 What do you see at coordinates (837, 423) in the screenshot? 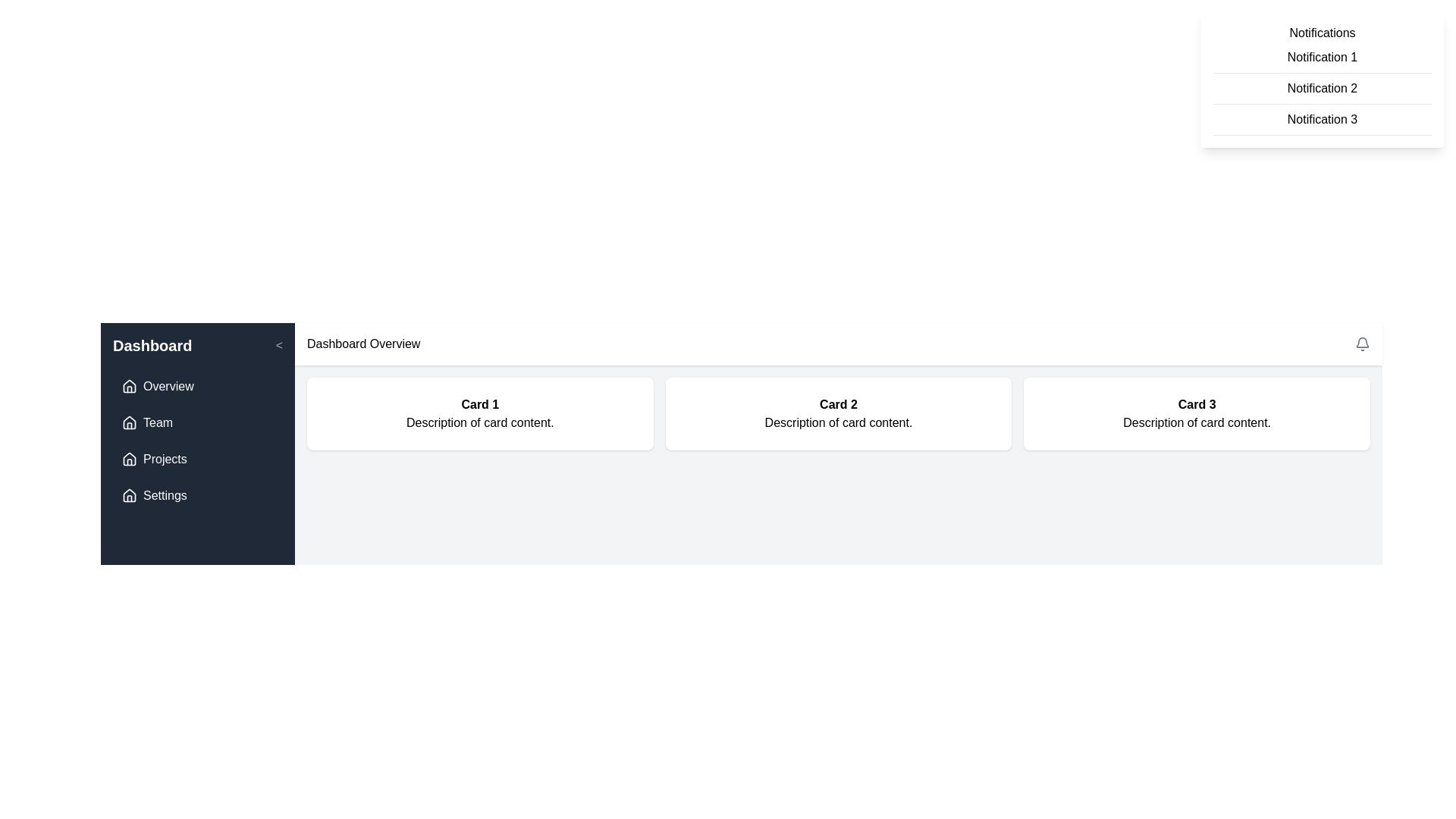
I see `the text content element containing the phrase 'Description of card content.' located within 'Card 2.'` at bounding box center [837, 423].